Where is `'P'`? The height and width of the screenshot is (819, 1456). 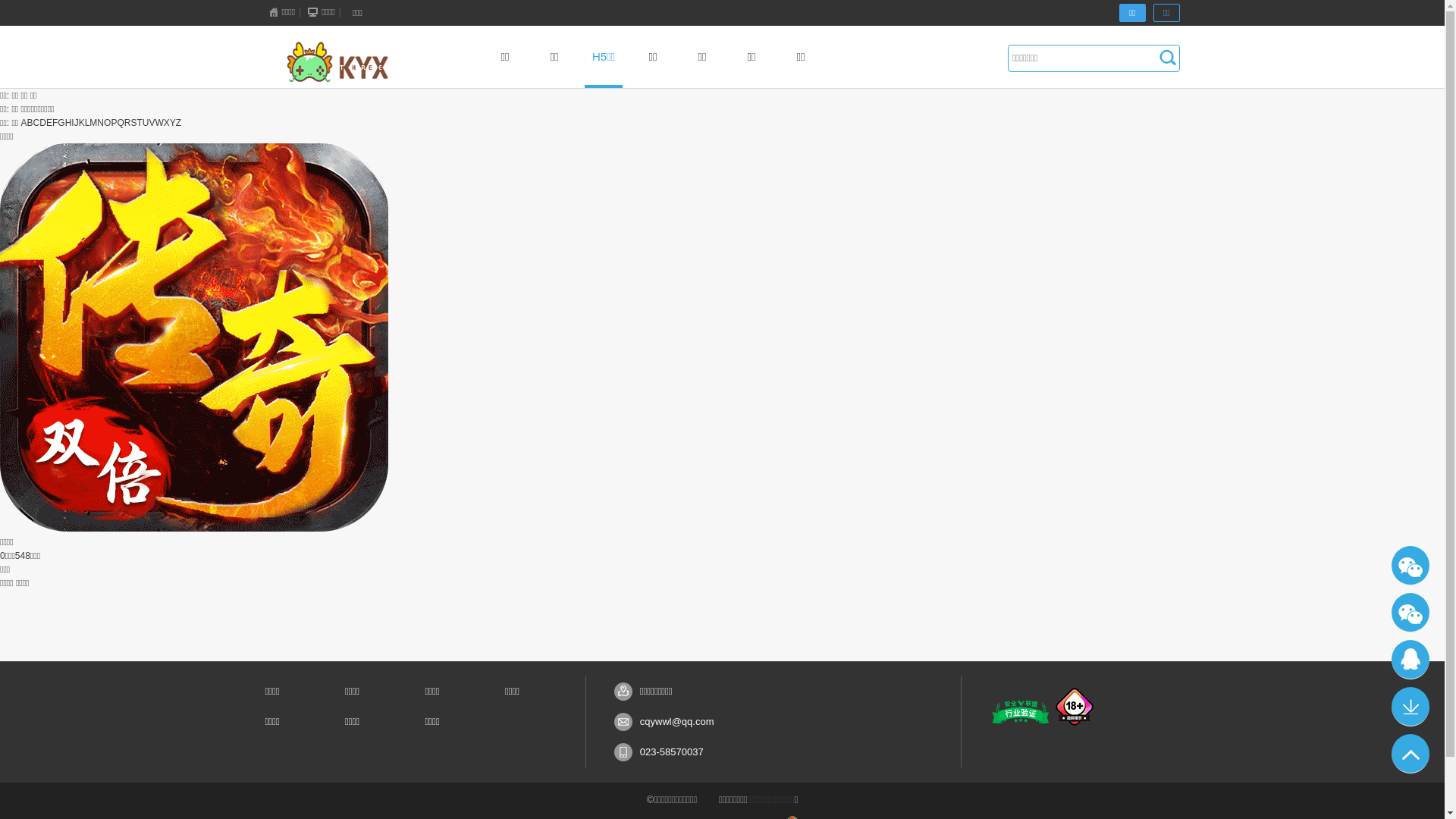 'P' is located at coordinates (109, 122).